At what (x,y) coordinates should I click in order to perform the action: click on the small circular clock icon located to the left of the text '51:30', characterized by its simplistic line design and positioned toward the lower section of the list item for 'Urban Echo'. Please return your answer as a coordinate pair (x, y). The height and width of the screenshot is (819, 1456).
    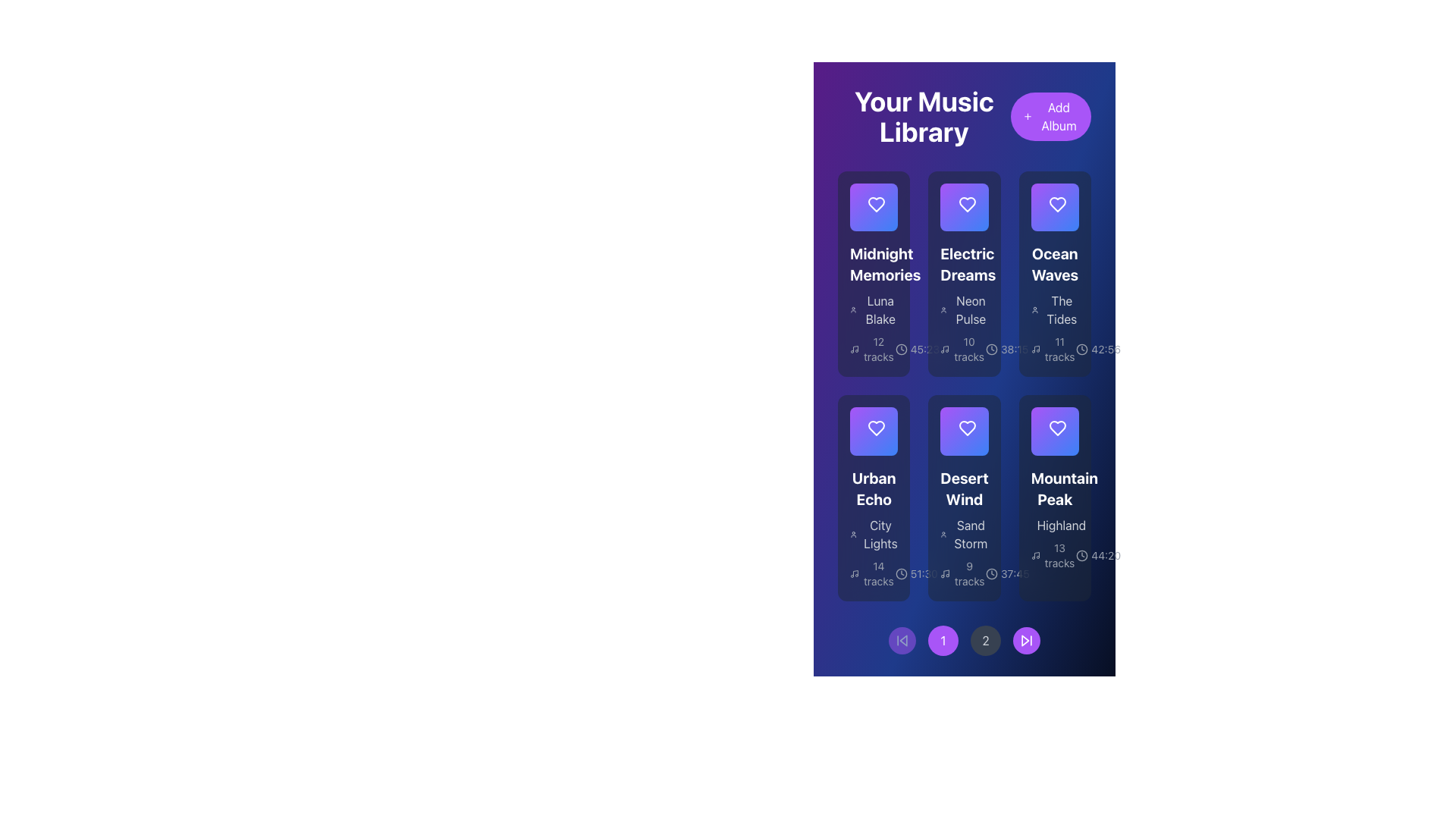
    Looking at the image, I should click on (901, 573).